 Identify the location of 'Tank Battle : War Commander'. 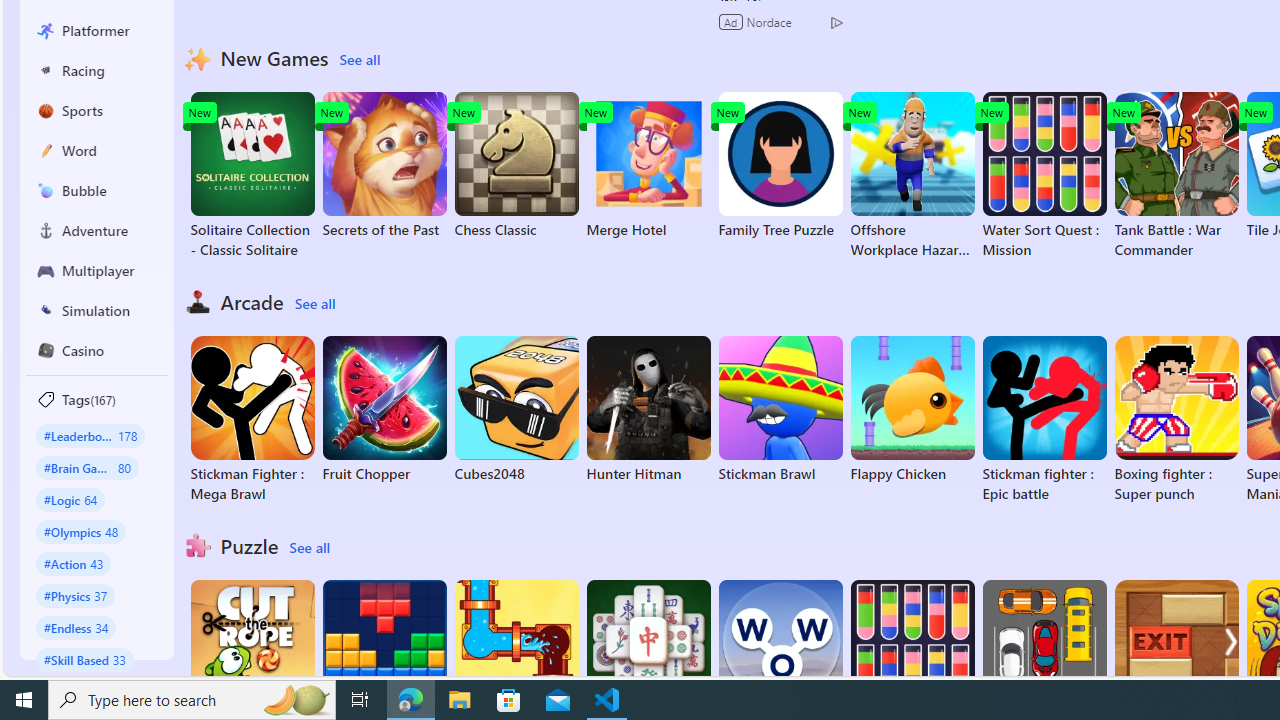
(1176, 175).